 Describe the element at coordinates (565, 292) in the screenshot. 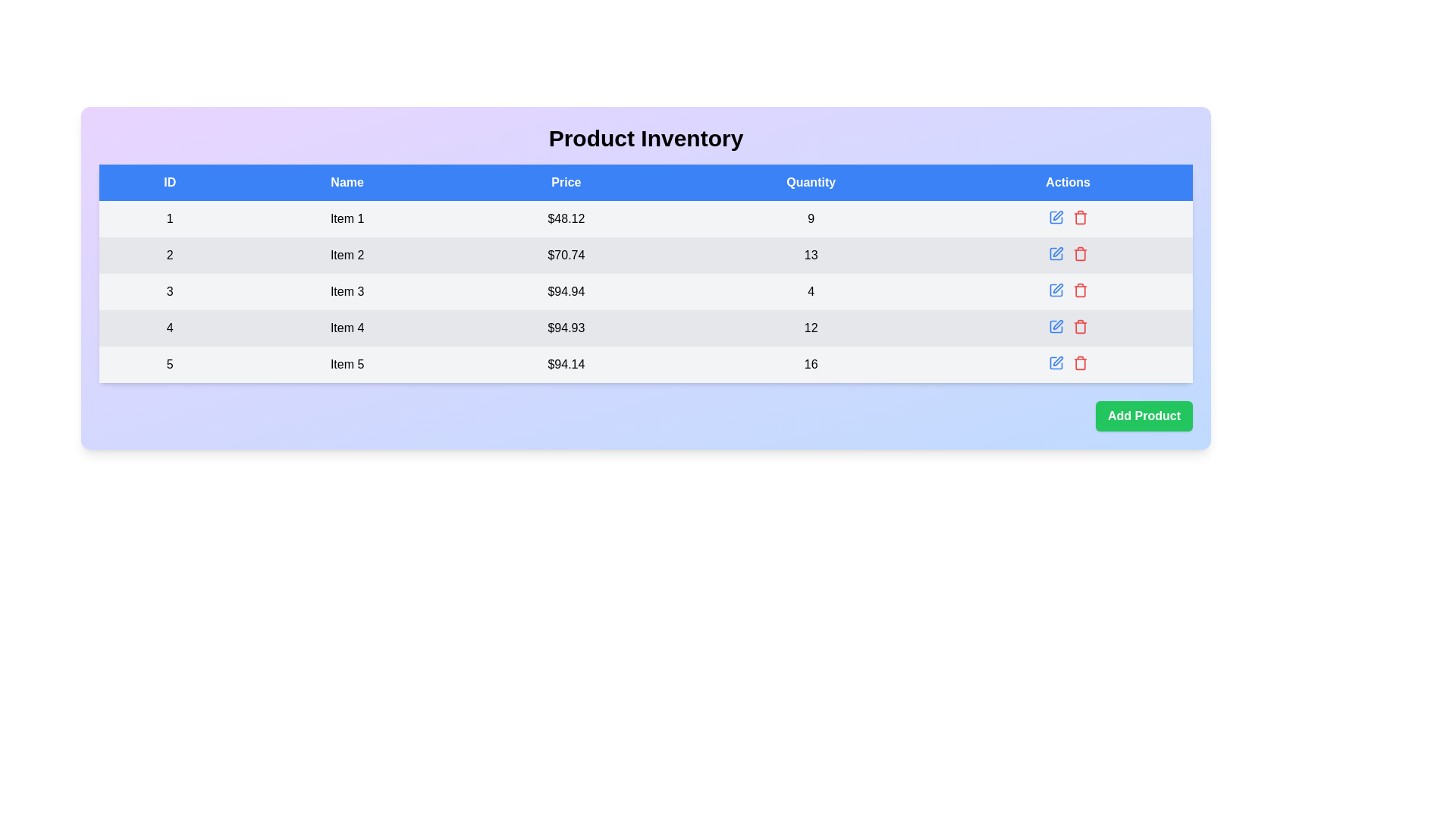

I see `price value displayed as "$94.94" in black text centered within the table cell of the "Price" column for "Item 3"` at that location.